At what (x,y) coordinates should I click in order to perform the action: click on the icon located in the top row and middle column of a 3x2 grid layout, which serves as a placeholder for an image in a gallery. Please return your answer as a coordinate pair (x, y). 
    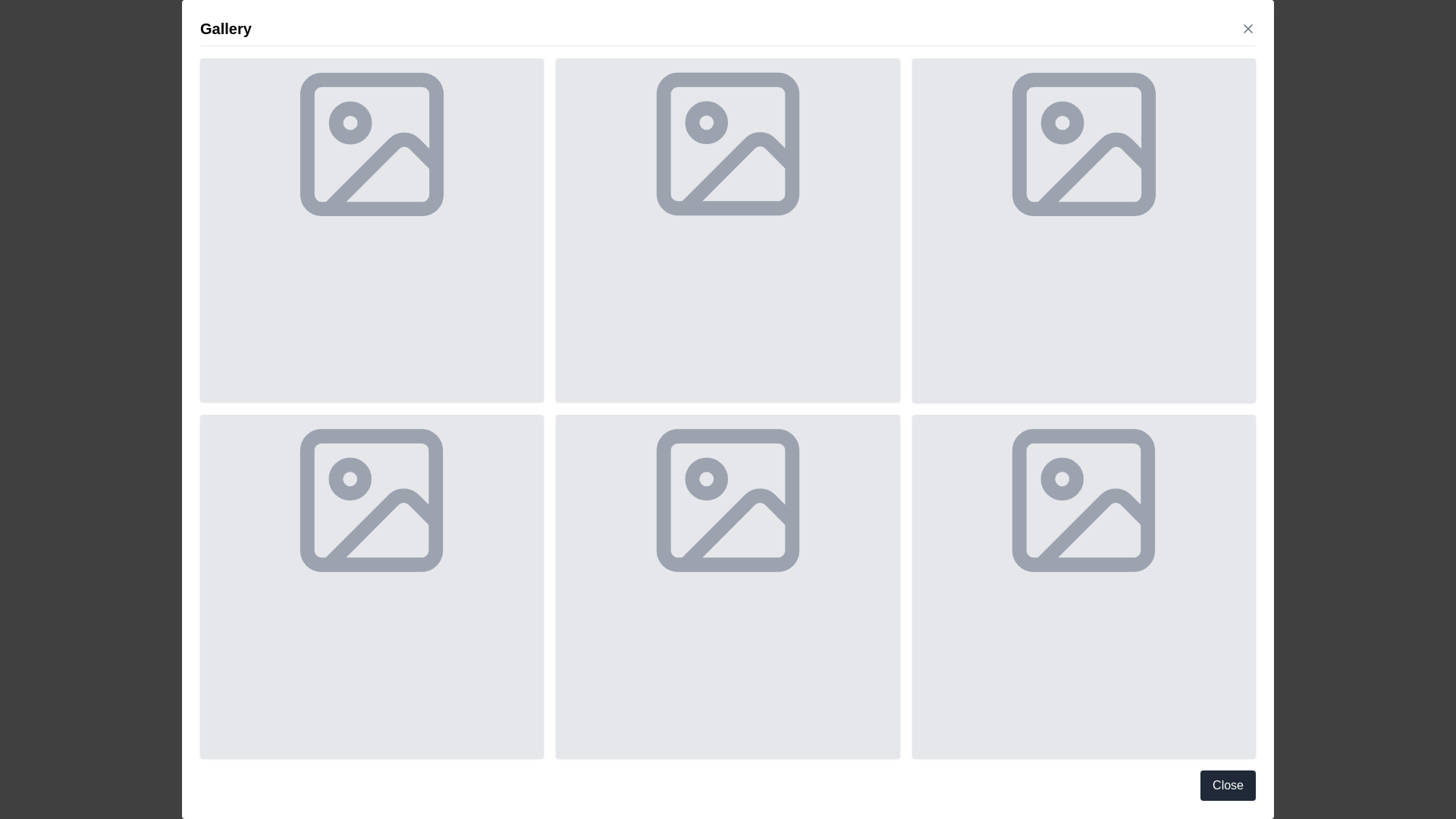
    Looking at the image, I should click on (728, 144).